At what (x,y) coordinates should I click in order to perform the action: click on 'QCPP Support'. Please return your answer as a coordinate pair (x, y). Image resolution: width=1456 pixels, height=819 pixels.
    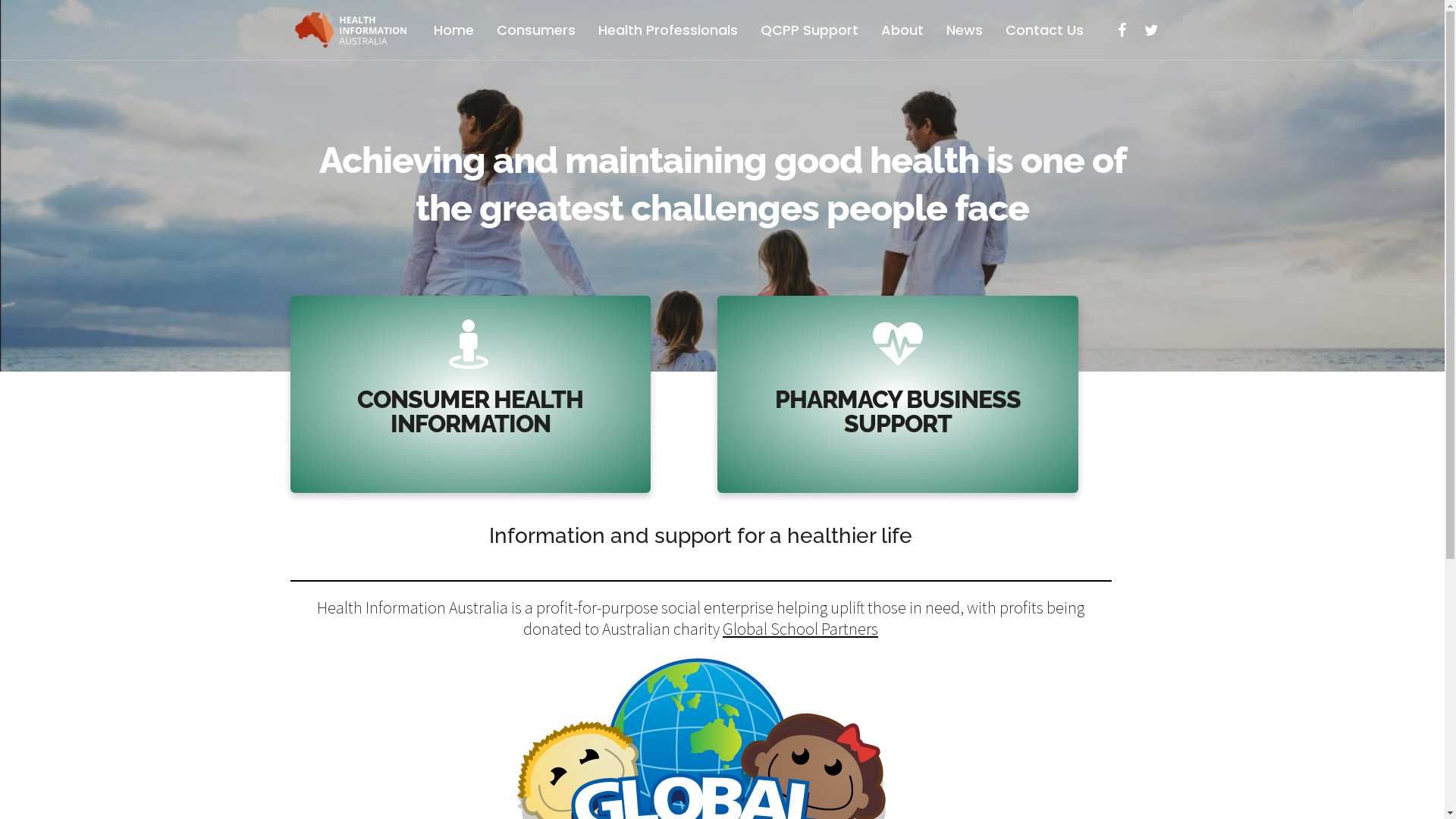
    Looking at the image, I should click on (808, 30).